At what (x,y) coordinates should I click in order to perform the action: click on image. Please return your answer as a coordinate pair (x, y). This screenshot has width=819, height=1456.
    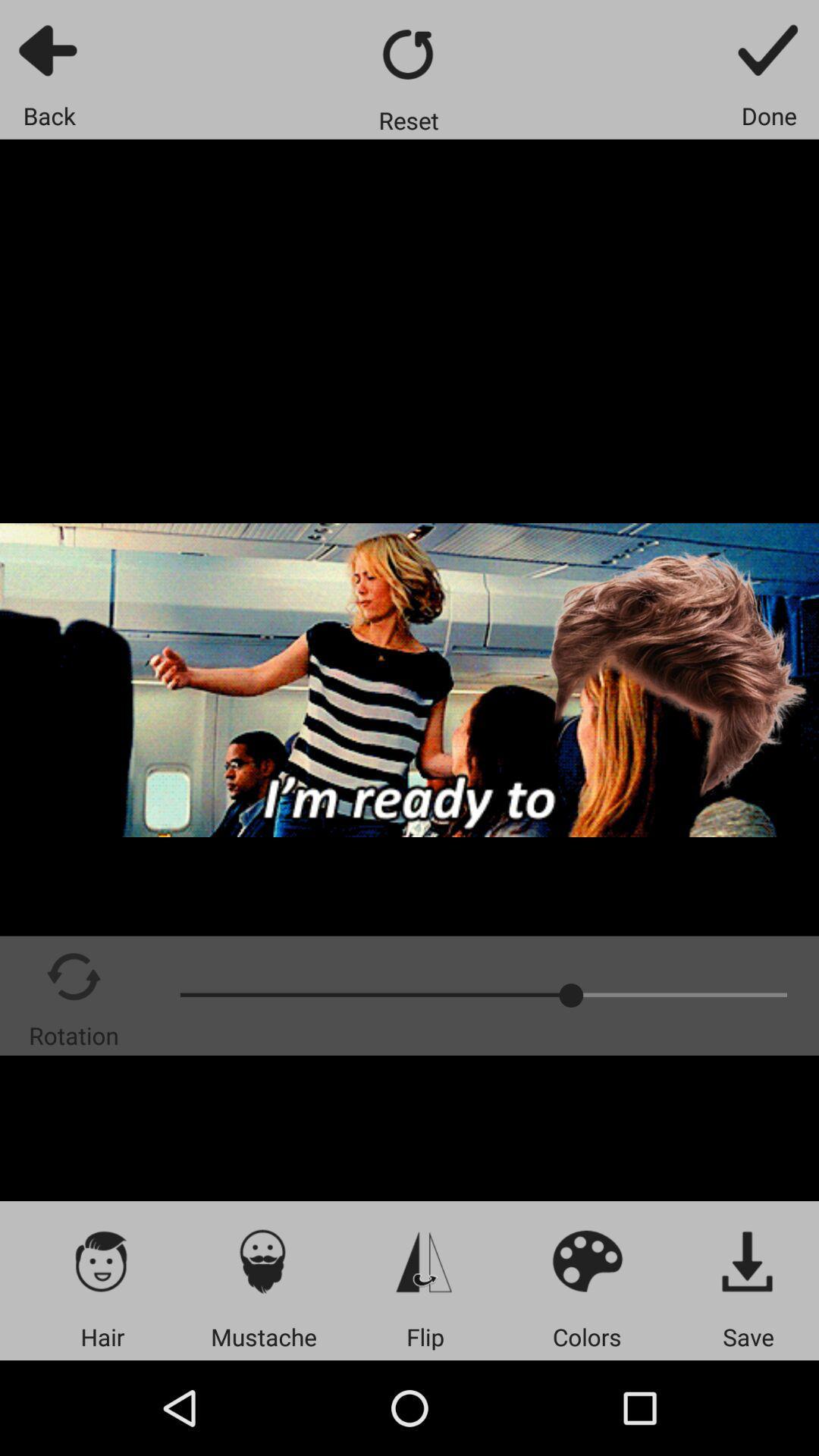
    Looking at the image, I should click on (748, 1260).